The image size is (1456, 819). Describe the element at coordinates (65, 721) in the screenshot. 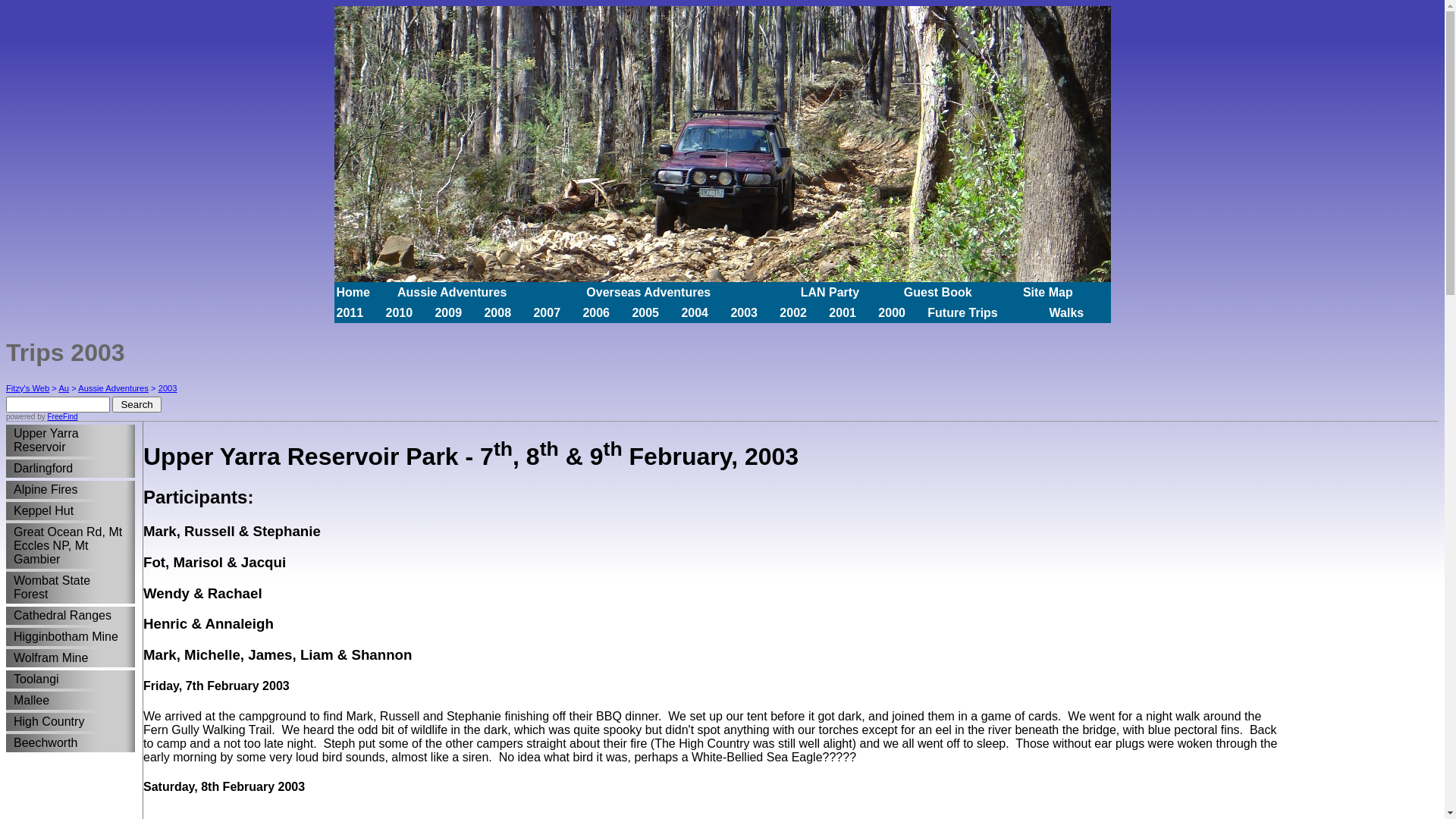

I see `'High Country'` at that location.